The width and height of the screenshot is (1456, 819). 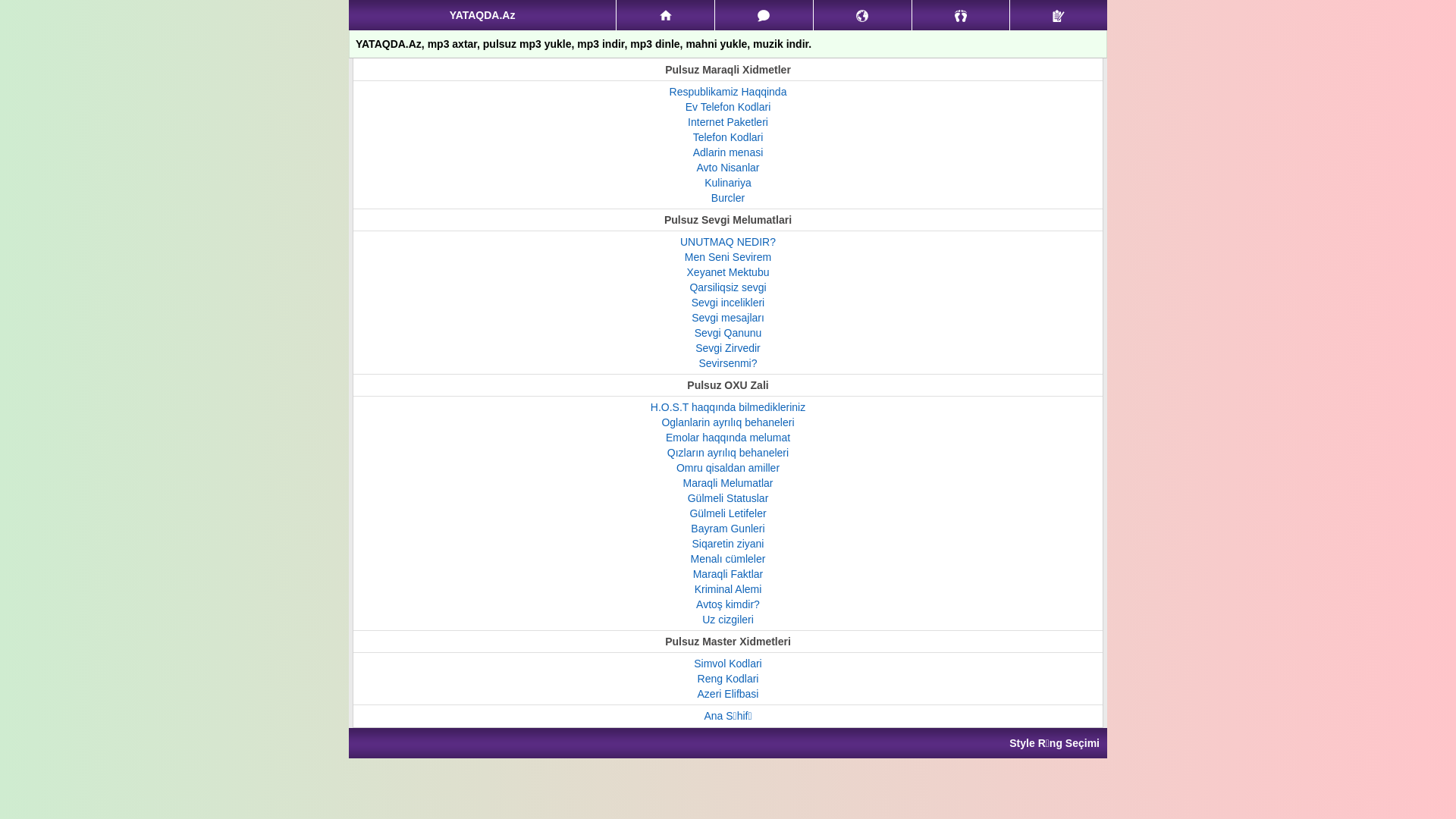 I want to click on 'Mesajlar', so click(x=764, y=14).